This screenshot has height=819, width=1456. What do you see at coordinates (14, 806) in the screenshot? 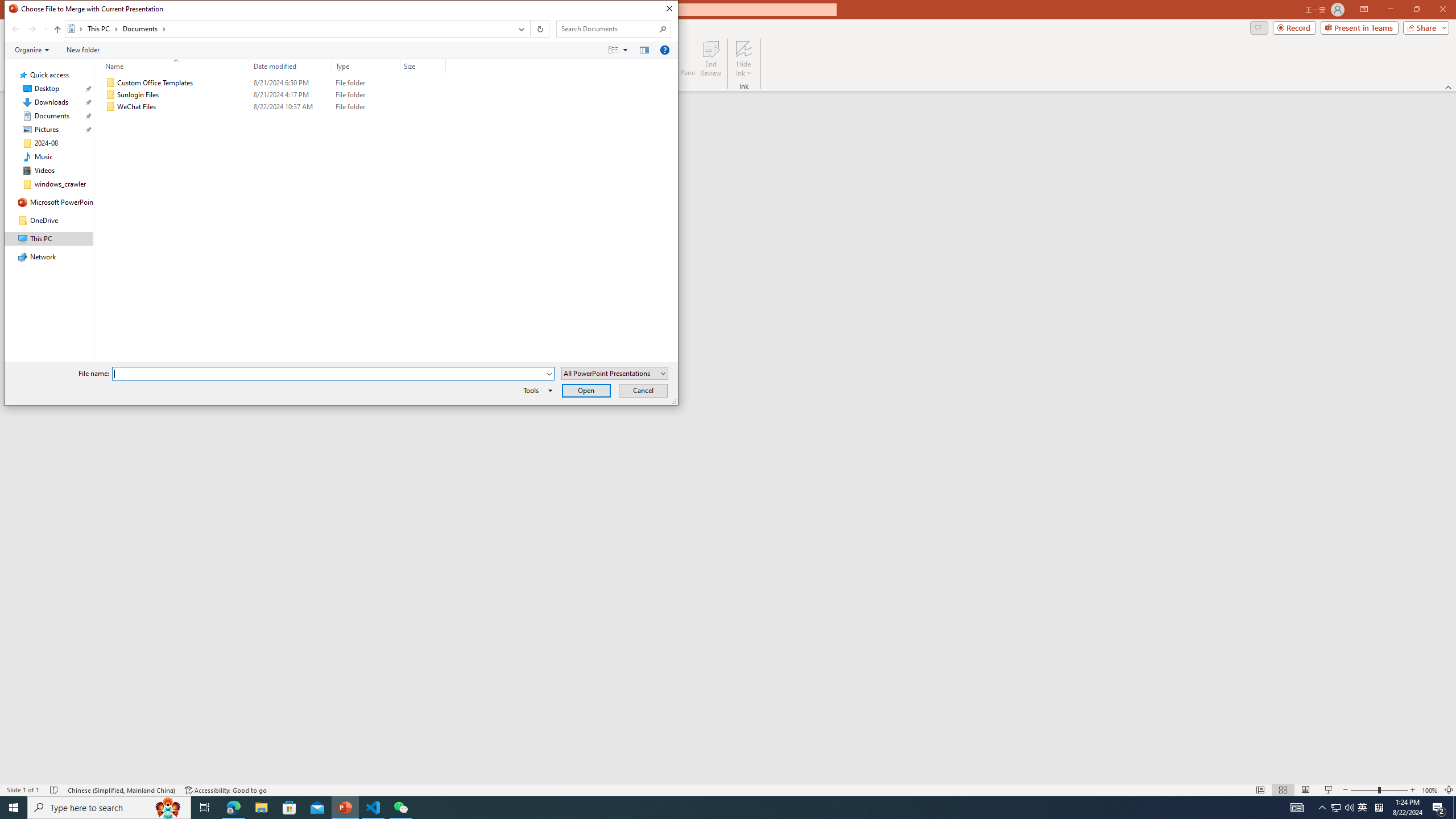
I see `'Start'` at bounding box center [14, 806].